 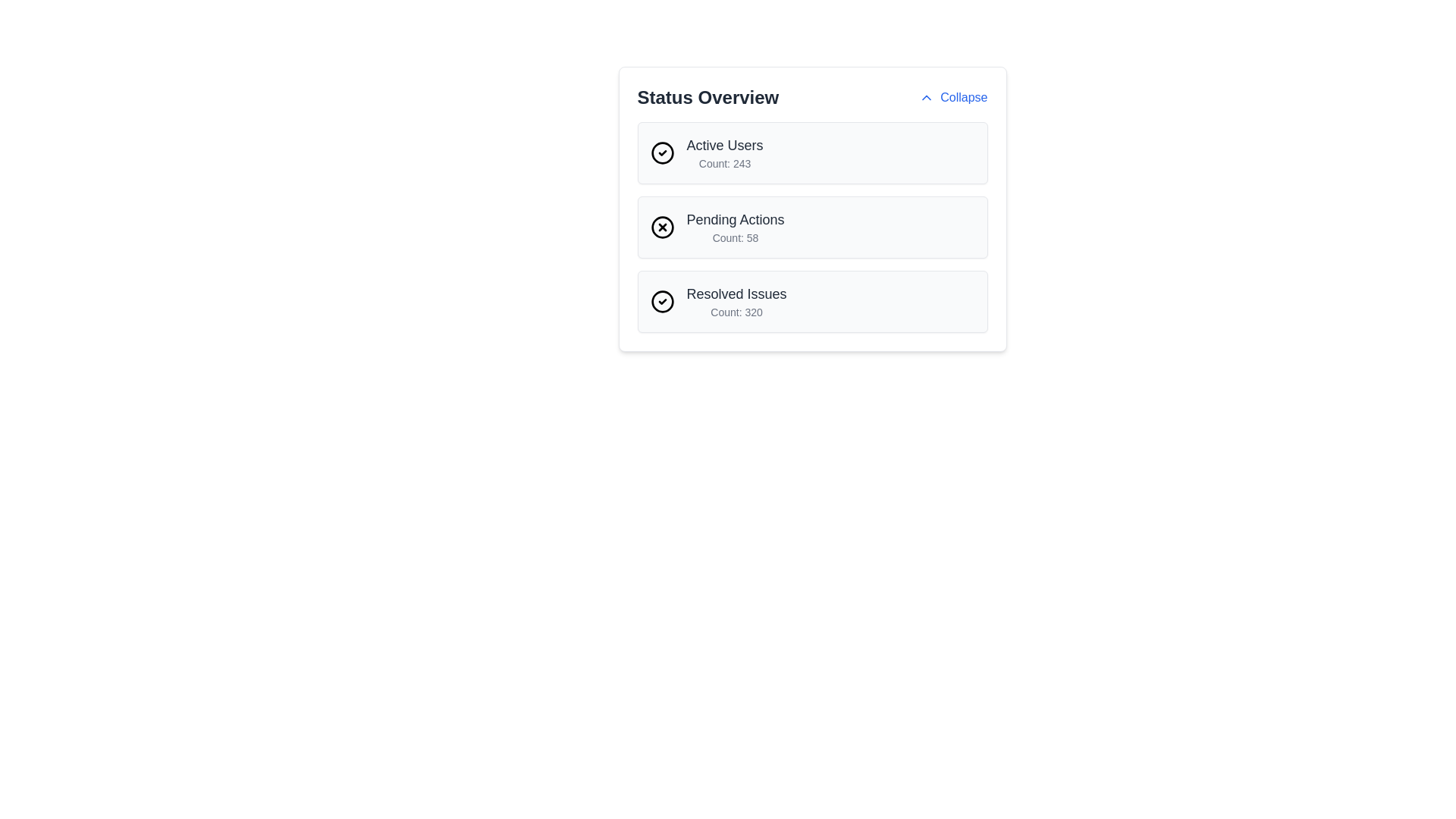 I want to click on the circular icon with a cross symbol, which has a black outline and yellowish coloration, located to the left of the text 'Pending Actions Count: 58', so click(x=662, y=227).